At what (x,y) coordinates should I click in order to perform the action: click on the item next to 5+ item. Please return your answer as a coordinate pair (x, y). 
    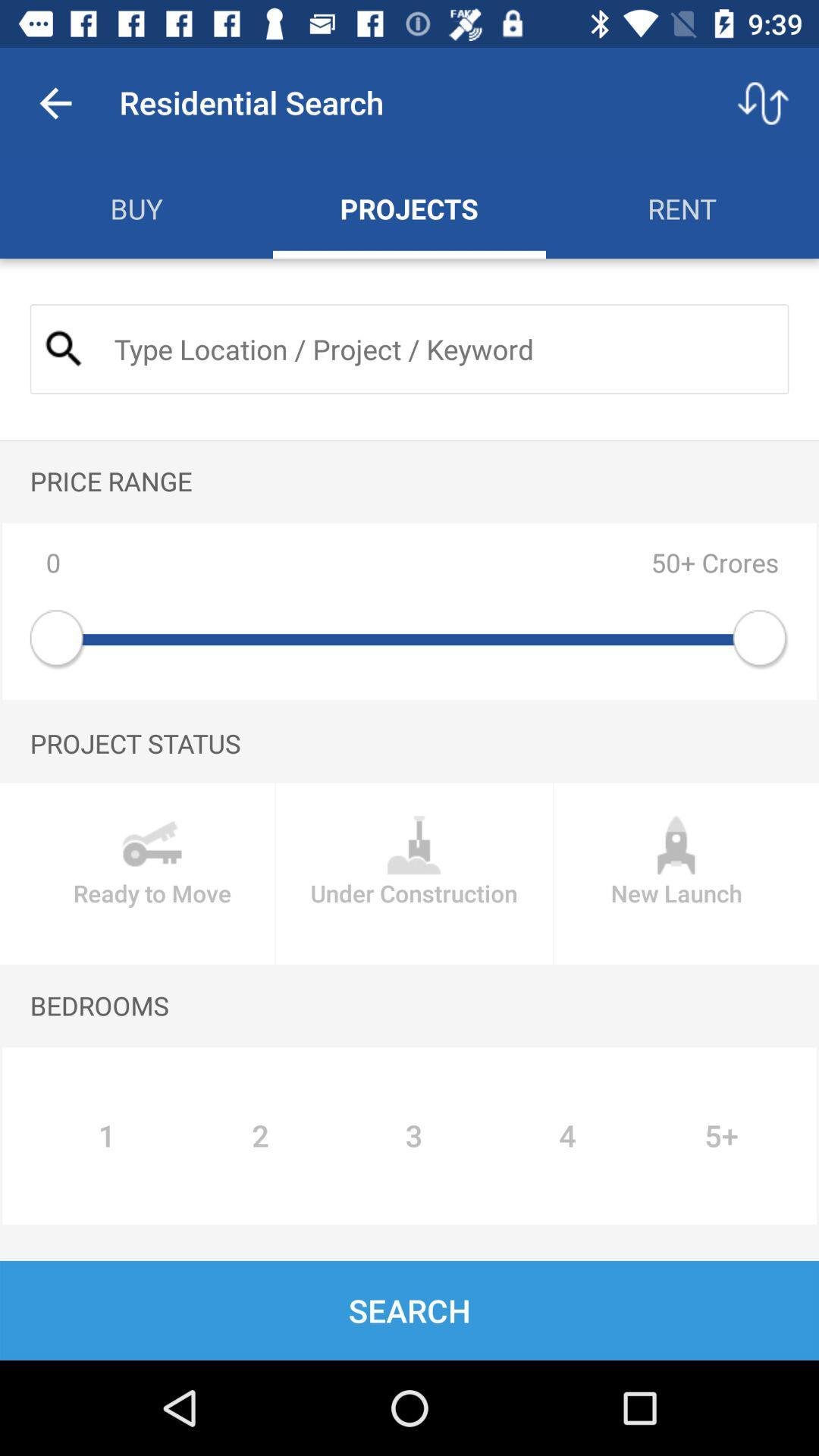
    Looking at the image, I should click on (567, 1136).